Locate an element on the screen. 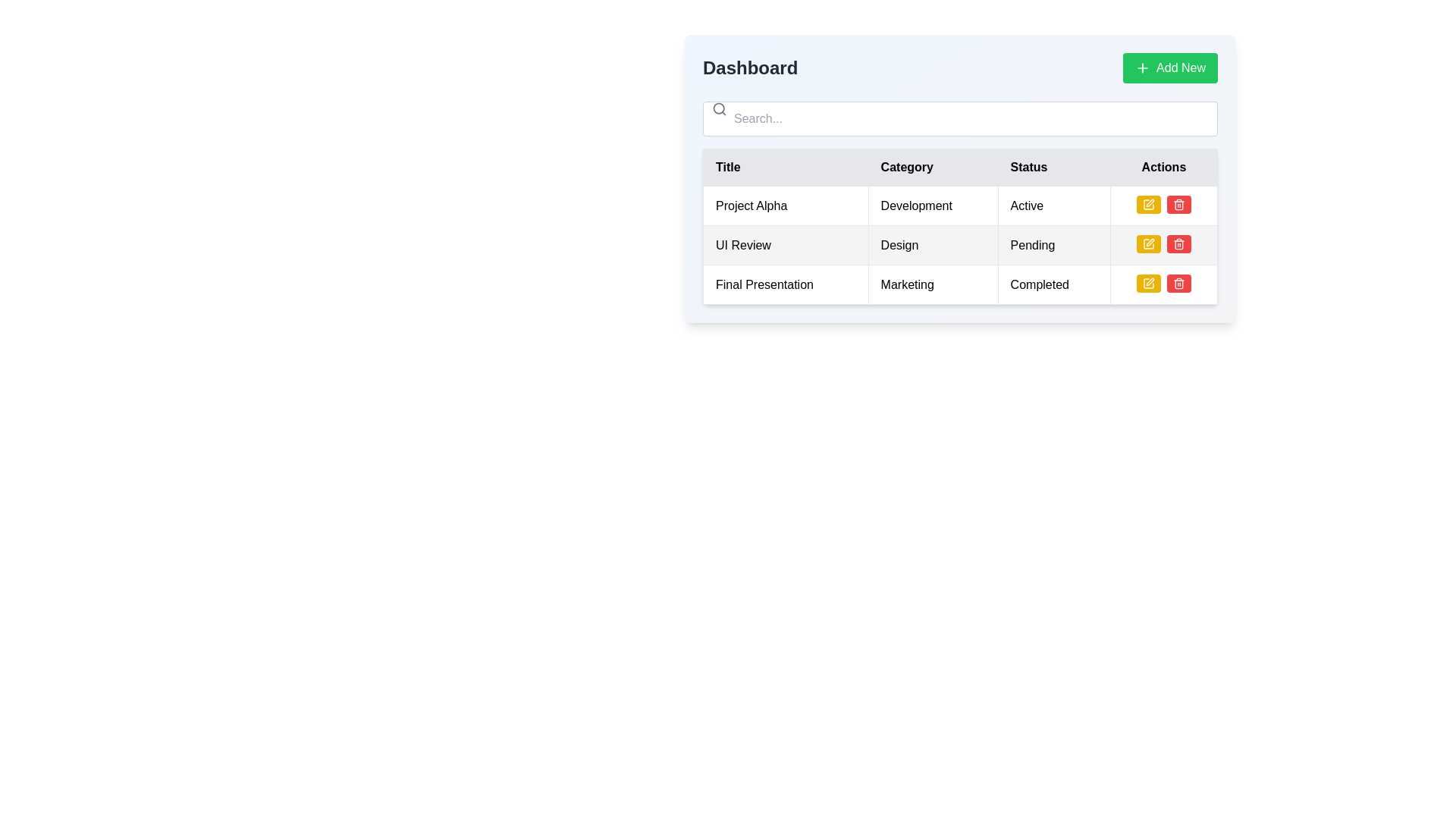 The image size is (1456, 819). the text label displaying 'Completed' in the 'Status' column of the table, which aligns with the 'Final Presentation' row is located at coordinates (1053, 284).